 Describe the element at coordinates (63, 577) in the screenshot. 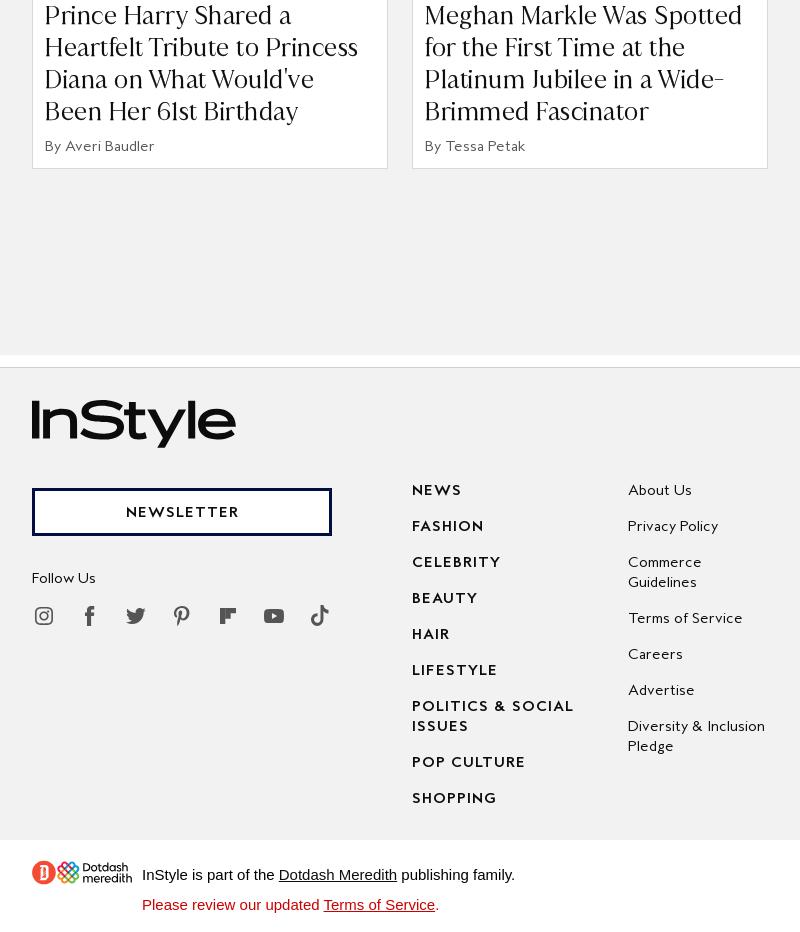

I see `'Follow Us'` at that location.